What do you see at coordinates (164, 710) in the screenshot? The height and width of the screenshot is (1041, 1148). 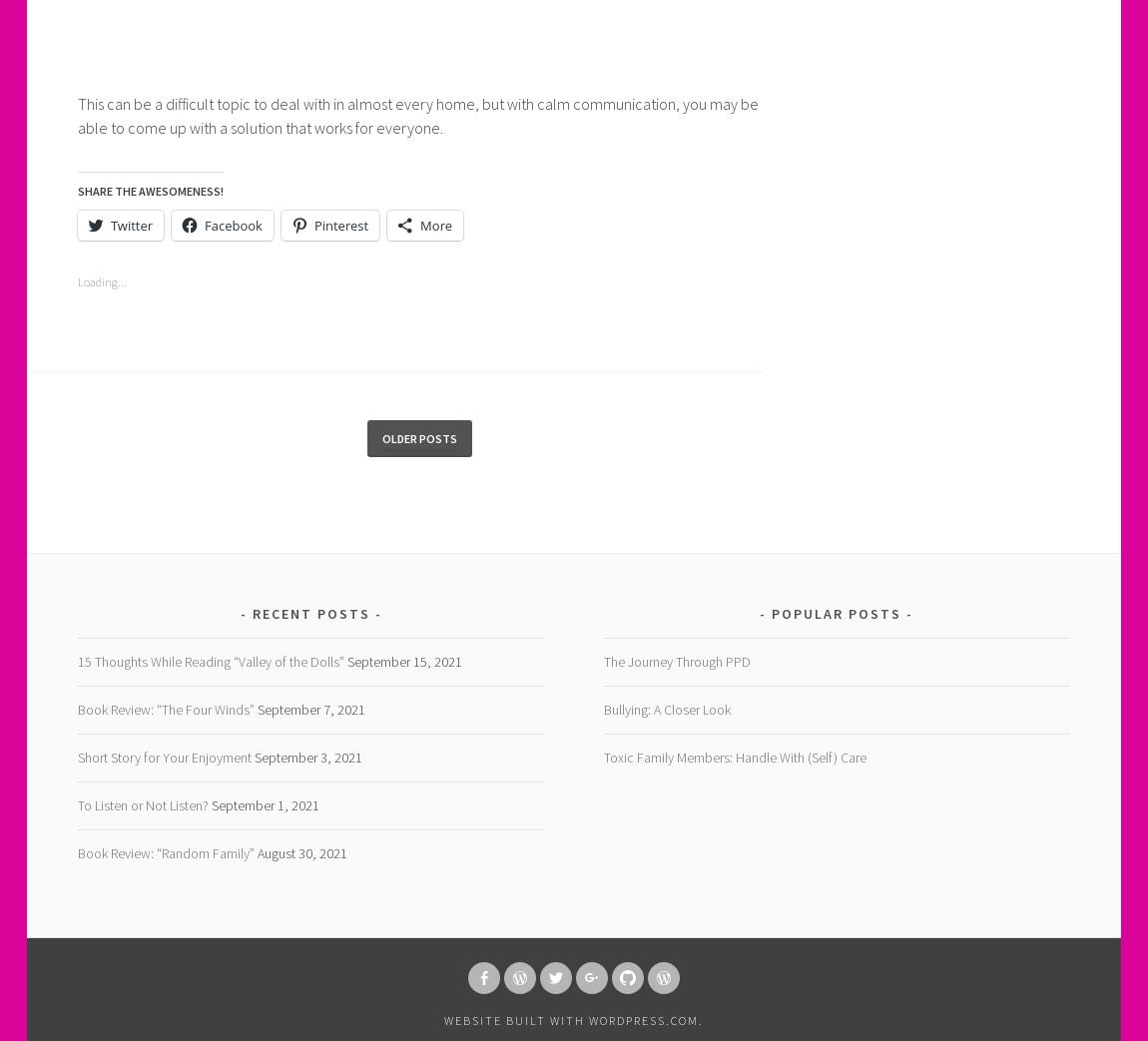 I see `'Book Review: “The Four Winds”'` at bounding box center [164, 710].